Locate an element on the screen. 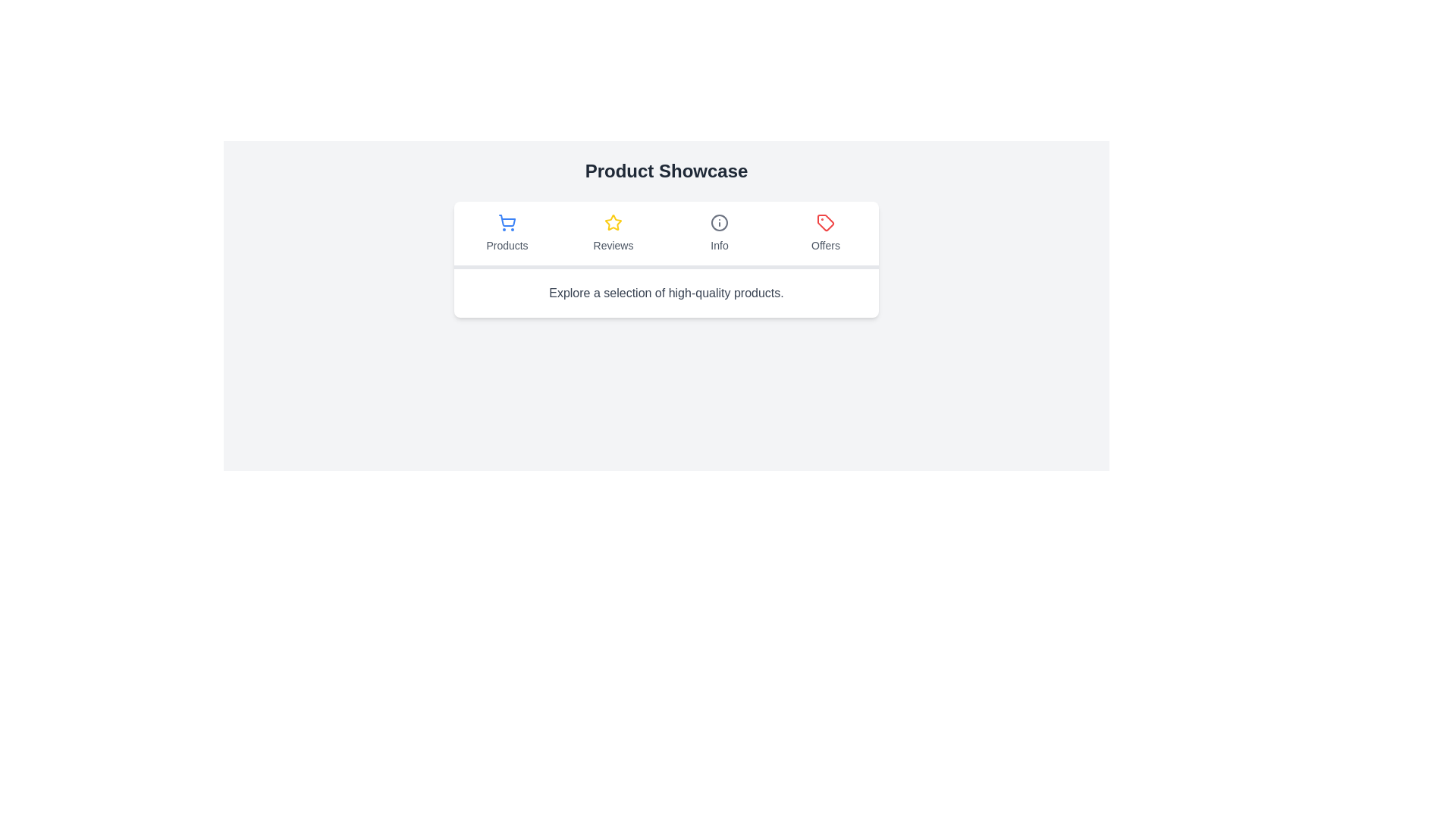  the 'Info' icon located in the navigation tabs of the 'Product Showcase' interface, which serves as an indicator for the 'Info' section is located at coordinates (719, 222).